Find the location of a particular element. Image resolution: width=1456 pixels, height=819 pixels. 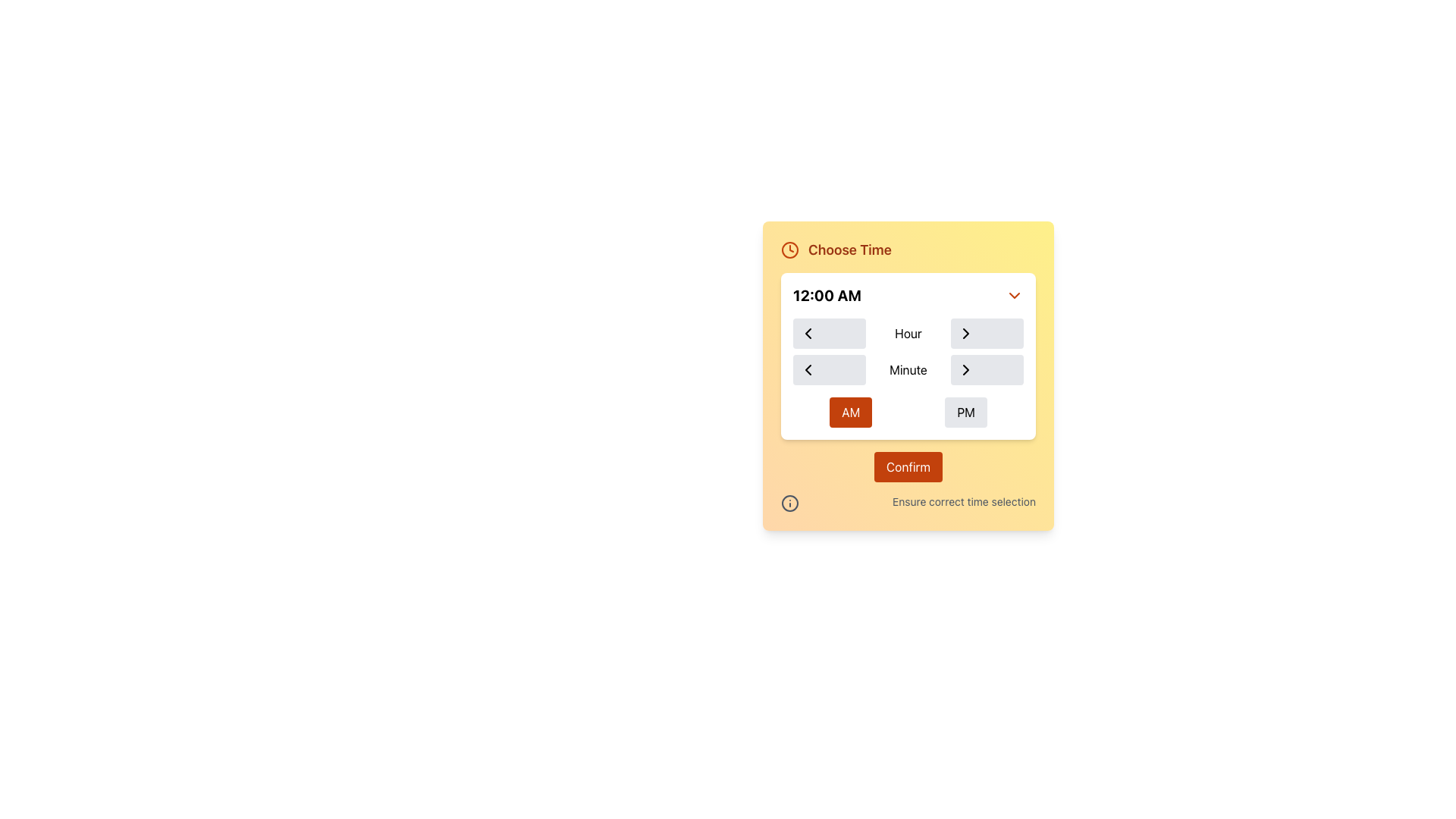

the leftward pointing triangular chevron icon within the dialog interface to decrement the minute value is located at coordinates (807, 370).